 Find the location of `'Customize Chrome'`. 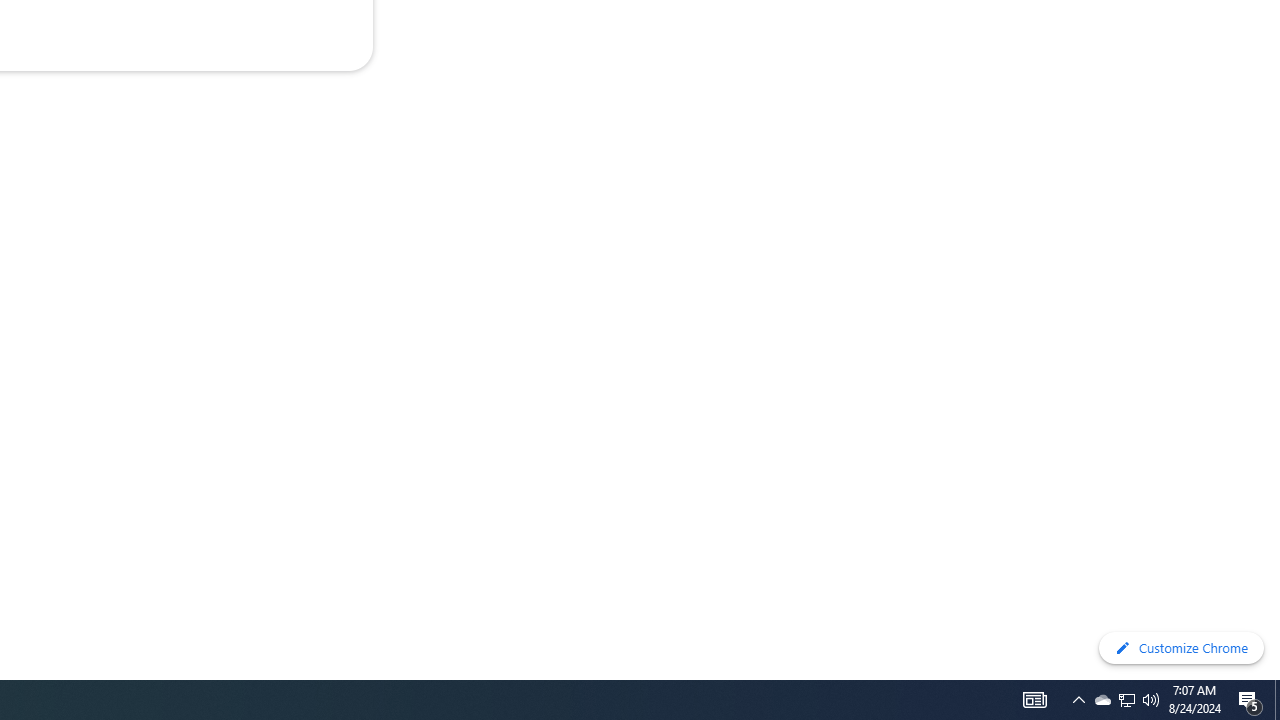

'Customize Chrome' is located at coordinates (1181, 648).